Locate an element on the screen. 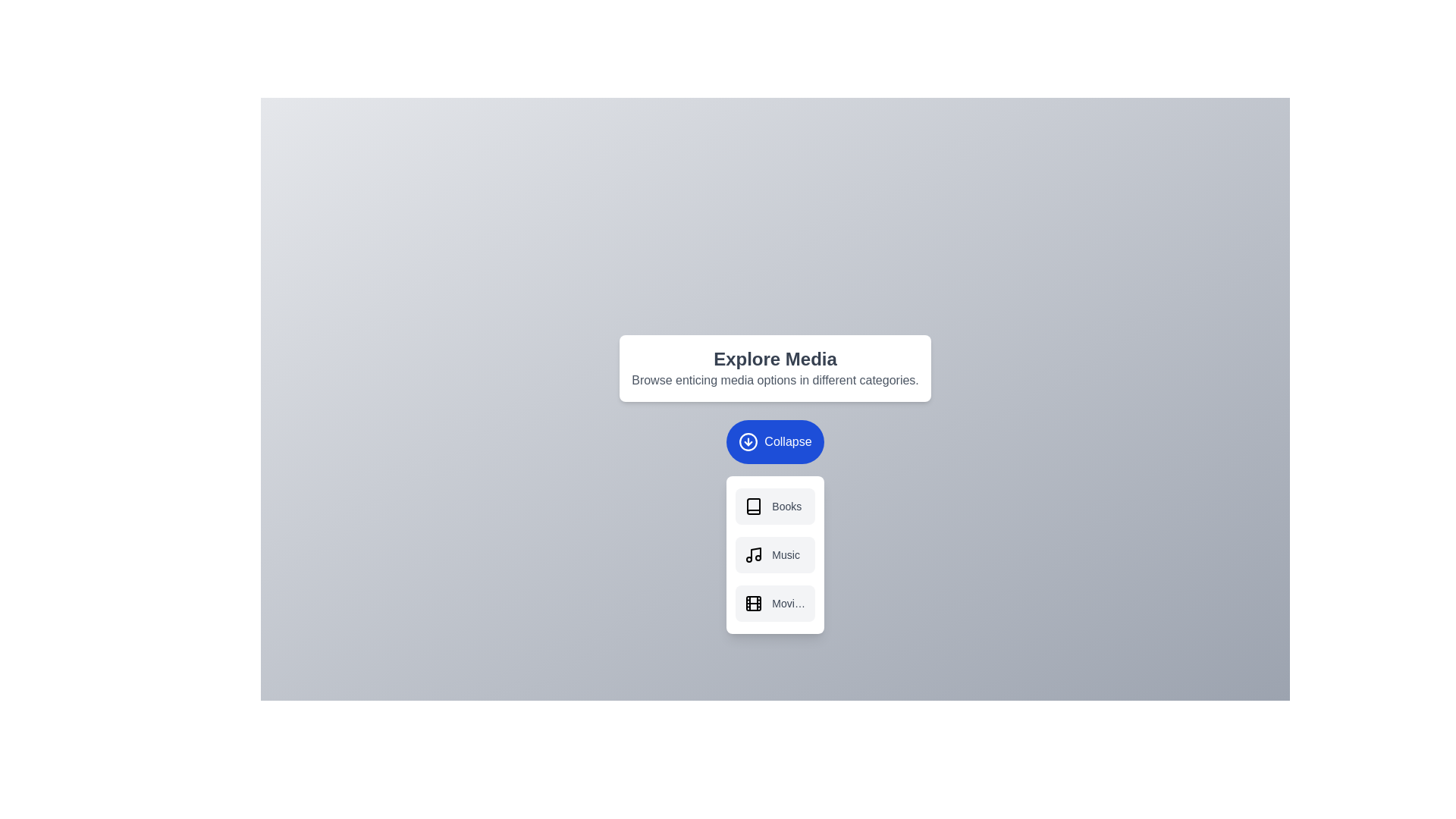 The width and height of the screenshot is (1456, 819). the 'Books' button to select the 'Books' category is located at coordinates (775, 506).